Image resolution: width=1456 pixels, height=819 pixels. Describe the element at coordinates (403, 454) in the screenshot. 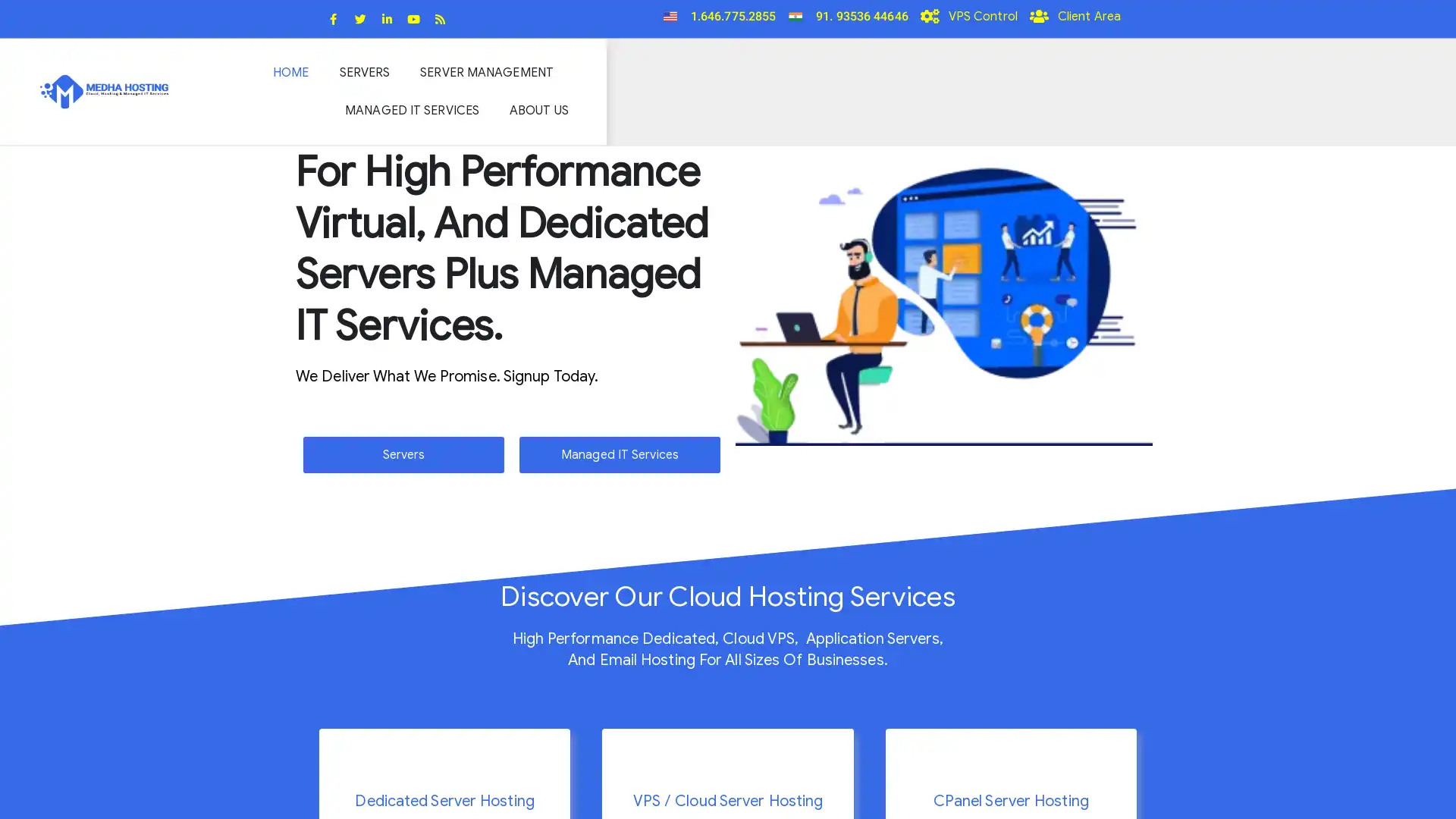

I see `Servers` at that location.